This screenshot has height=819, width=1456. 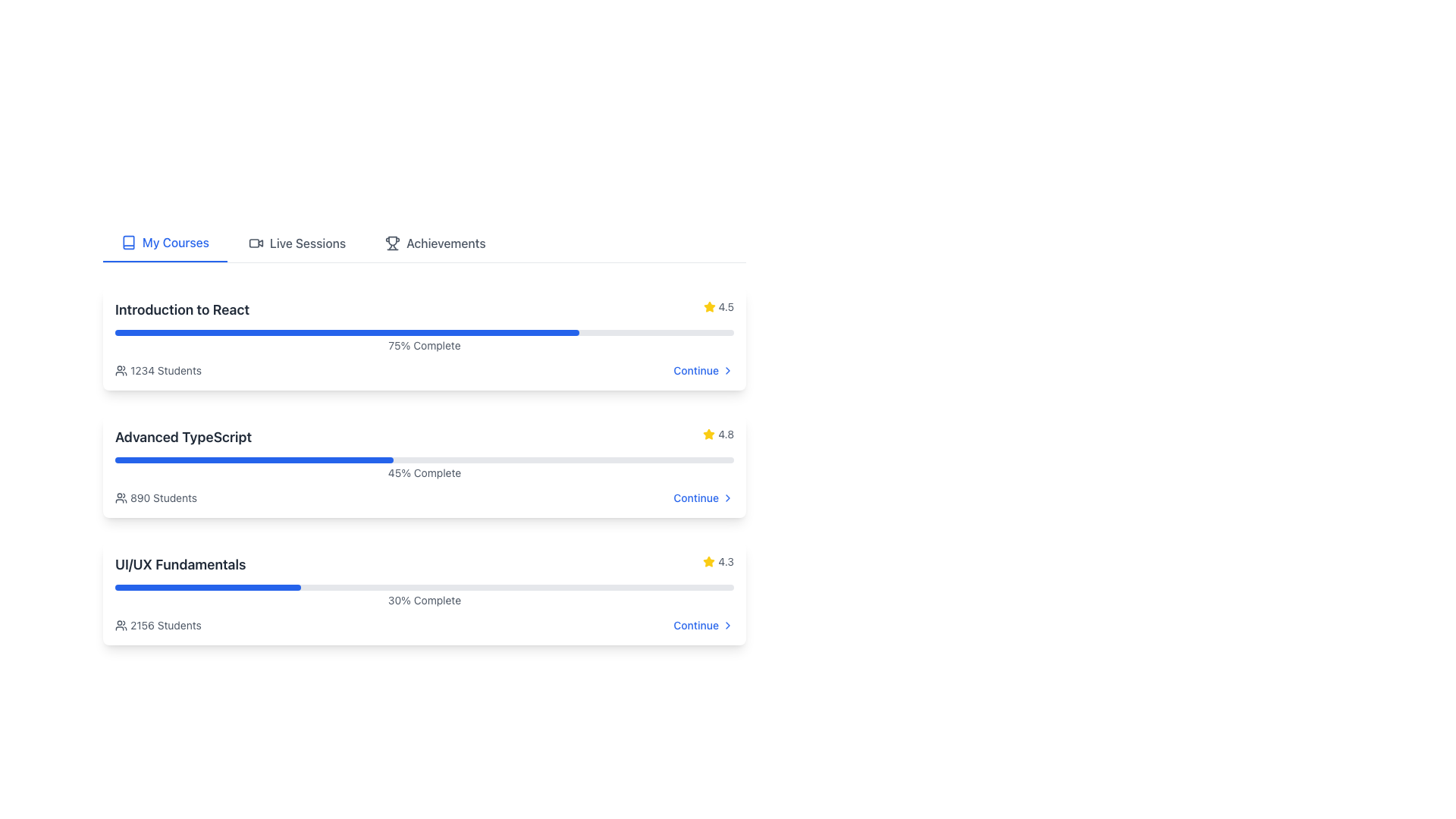 I want to click on the text label displaying '890 Students' located within the 'Advanced TypeScript' card beneath the progress bar, so click(x=164, y=497).